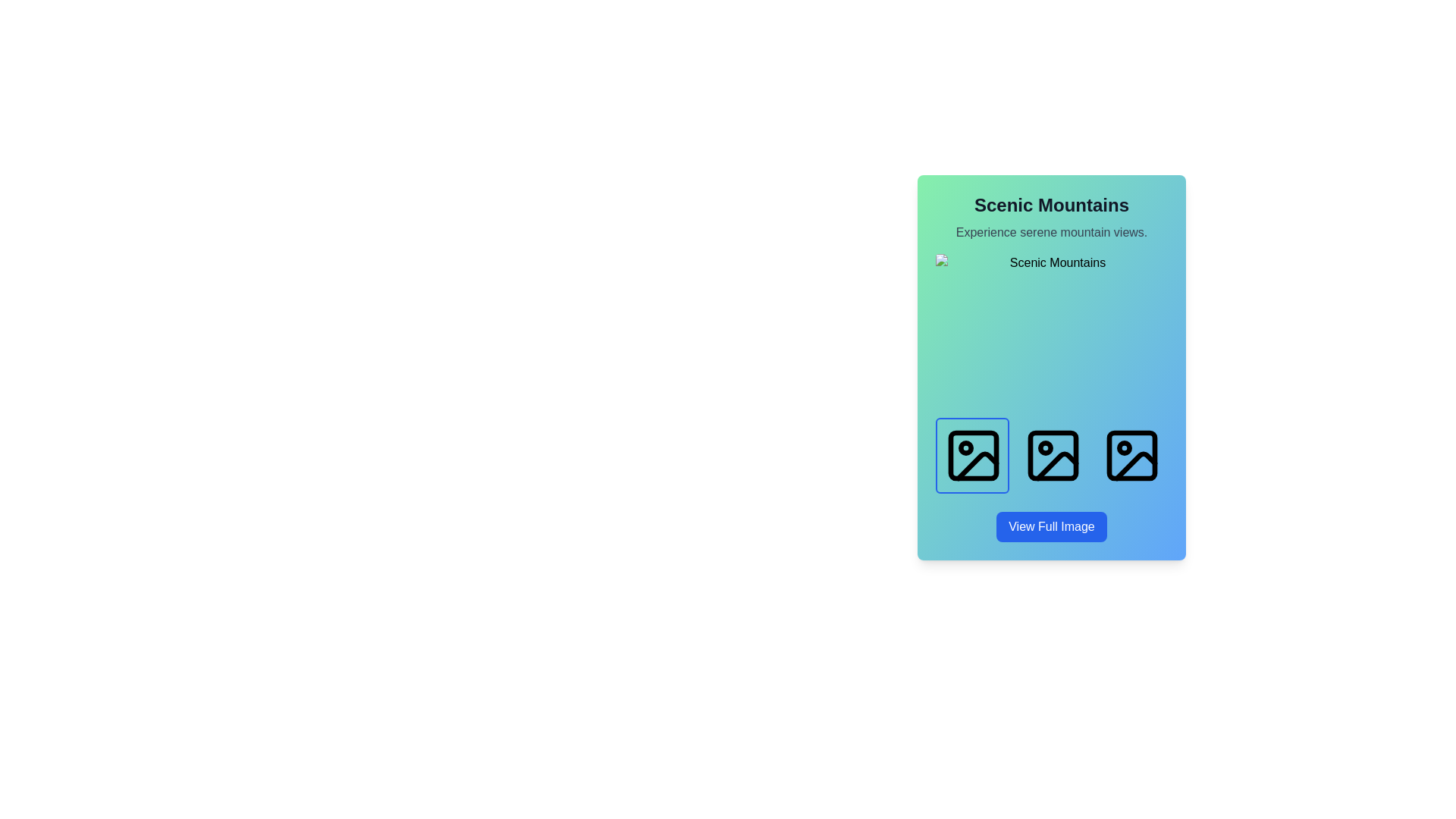 Image resolution: width=1456 pixels, height=819 pixels. What do you see at coordinates (1044, 447) in the screenshot?
I see `the decorative Circle (SVG element) that marks the second icon in a series of three square image placeholders` at bounding box center [1044, 447].